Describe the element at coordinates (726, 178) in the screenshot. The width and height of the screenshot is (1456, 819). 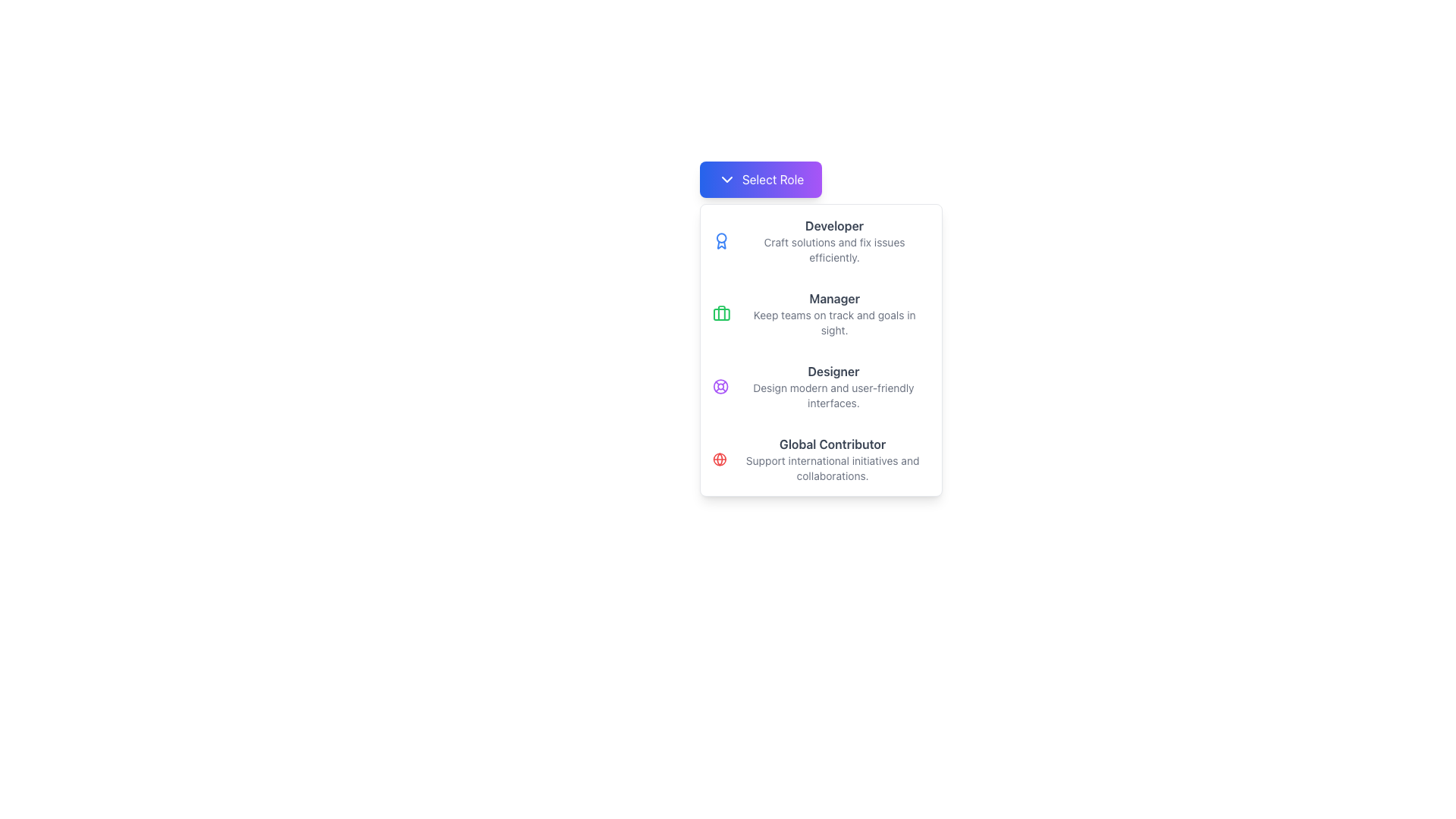
I see `the downward-facing chevron icon next to the text 'Select Role'` at that location.